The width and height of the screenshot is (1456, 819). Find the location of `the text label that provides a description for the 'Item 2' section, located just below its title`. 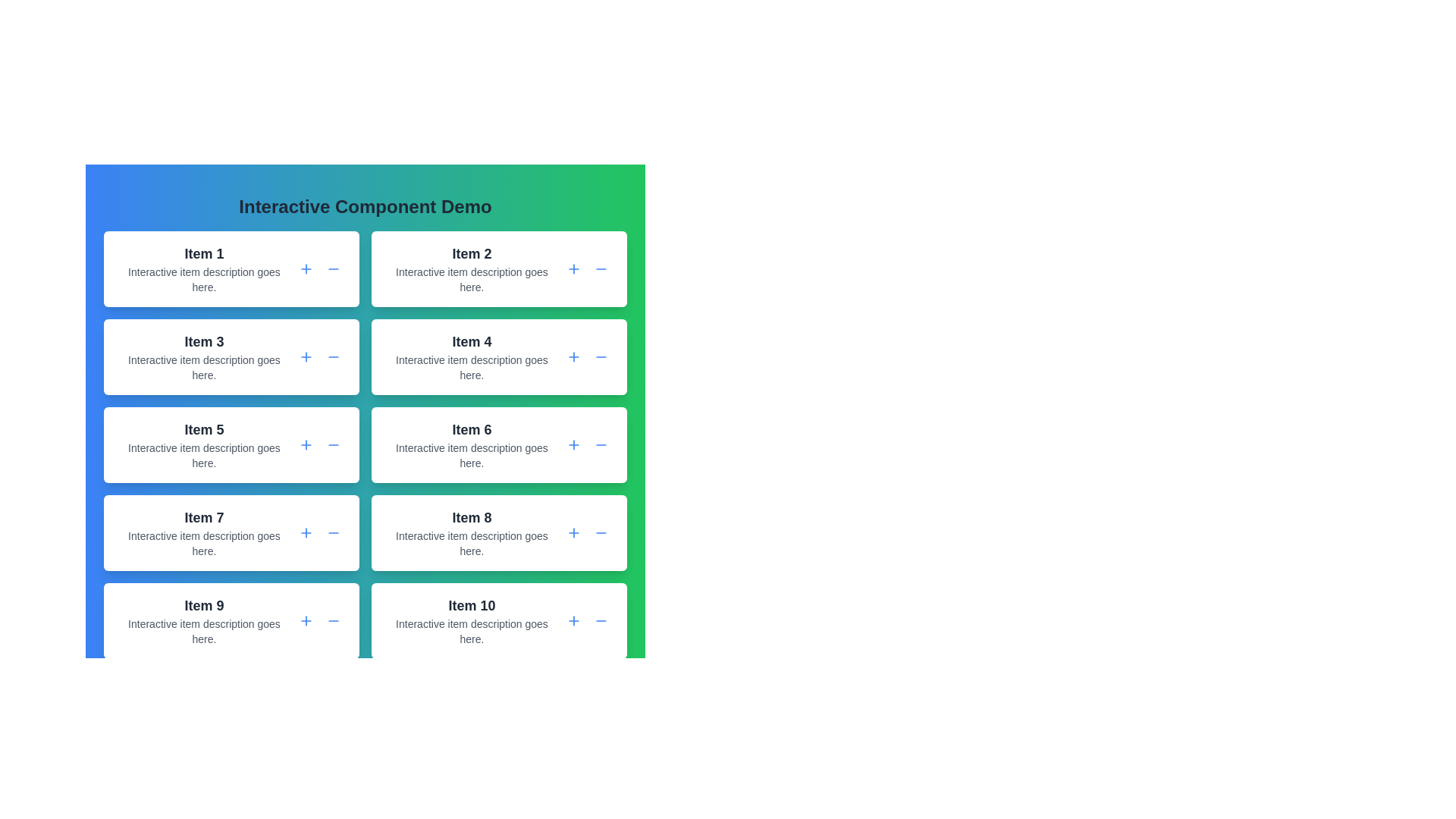

the text label that provides a description for the 'Item 2' section, located just below its title is located at coordinates (471, 280).